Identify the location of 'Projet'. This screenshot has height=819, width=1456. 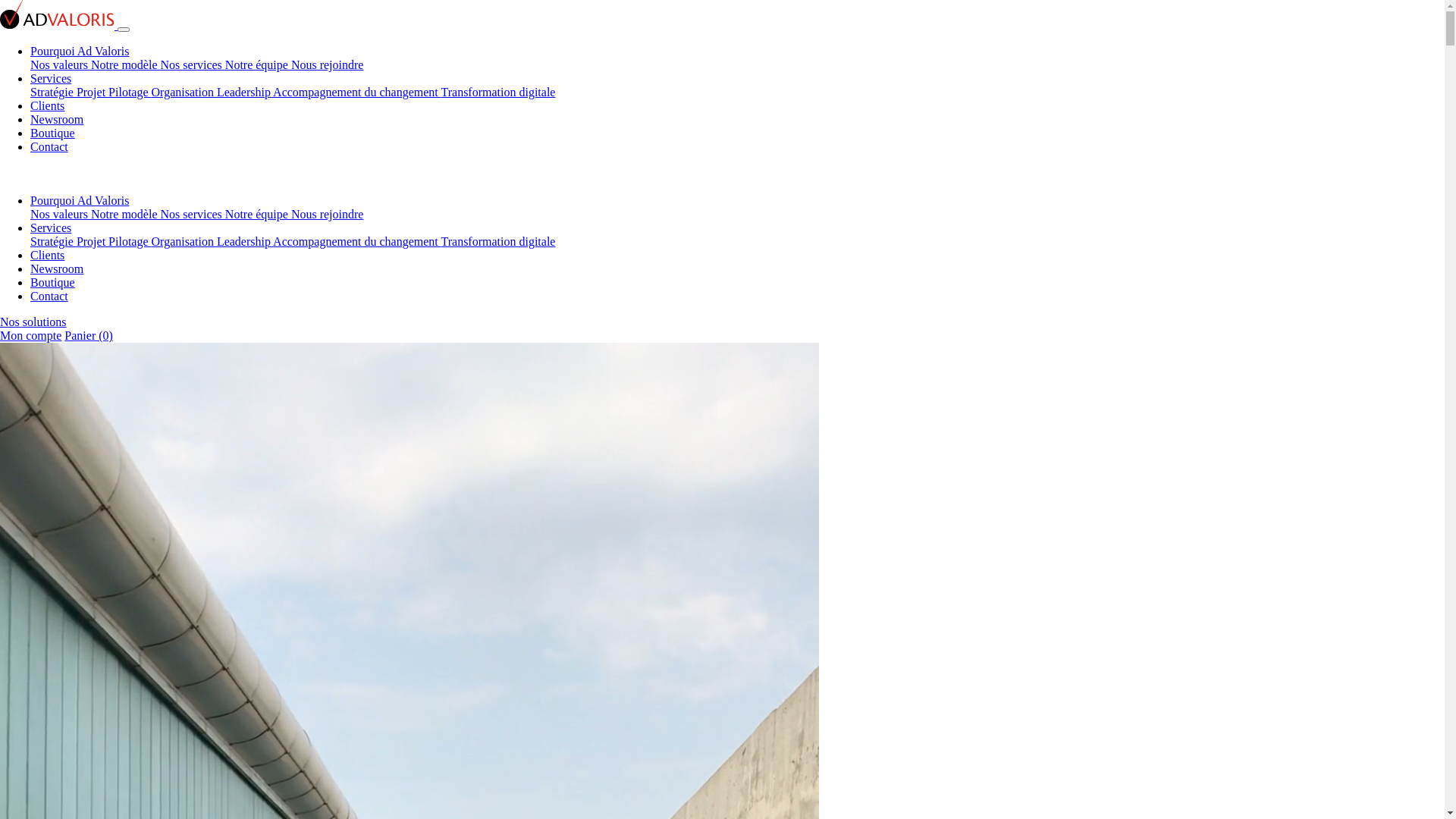
(91, 92).